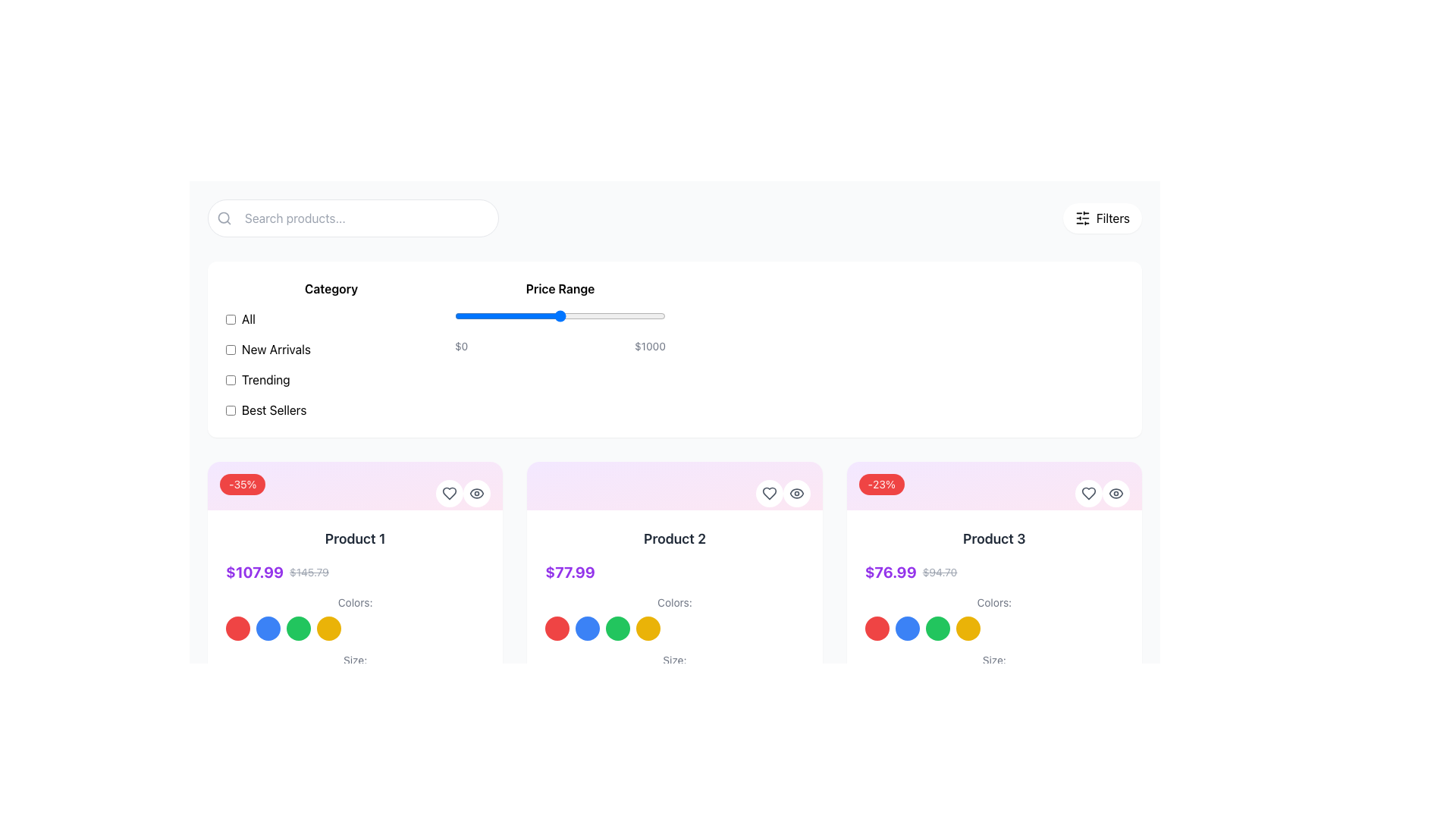 Image resolution: width=1456 pixels, height=819 pixels. Describe the element at coordinates (1081, 218) in the screenshot. I see `the decorative SVG graphic icon representing the 'Filters' button located in the top-right corner of the layout` at that location.